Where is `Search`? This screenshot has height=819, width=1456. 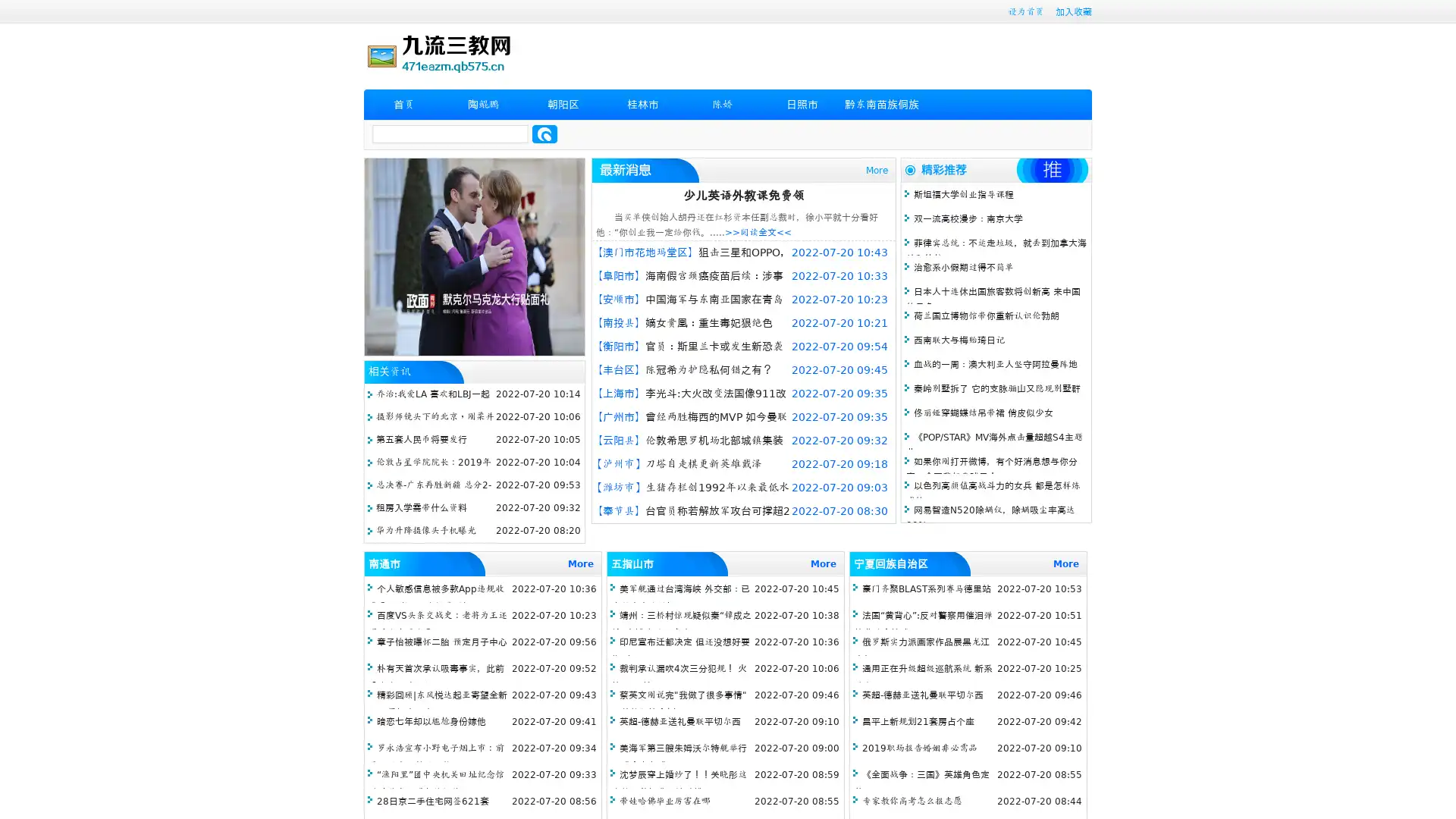 Search is located at coordinates (544, 133).